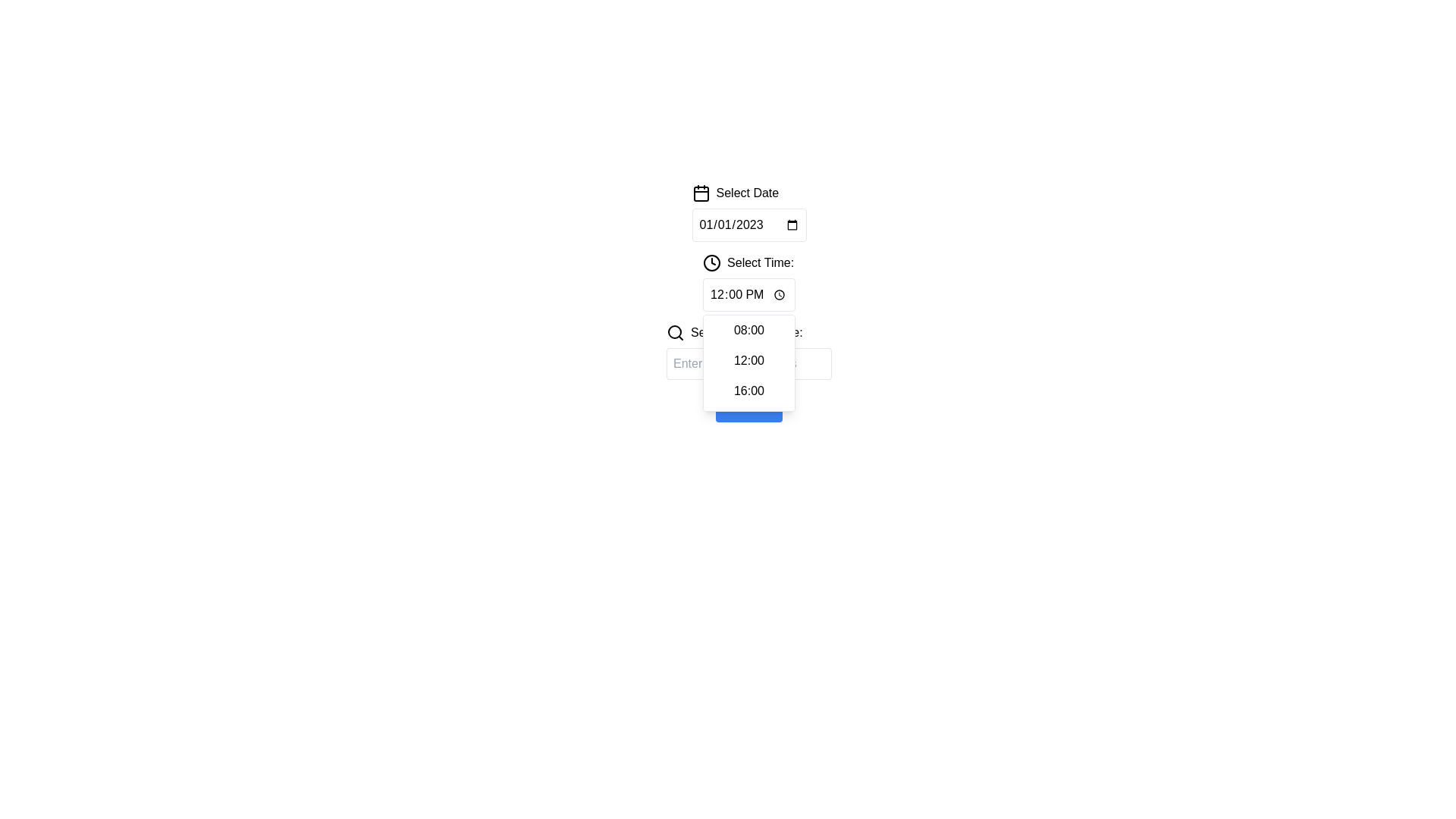  What do you see at coordinates (749, 363) in the screenshot?
I see `the text input field` at bounding box center [749, 363].